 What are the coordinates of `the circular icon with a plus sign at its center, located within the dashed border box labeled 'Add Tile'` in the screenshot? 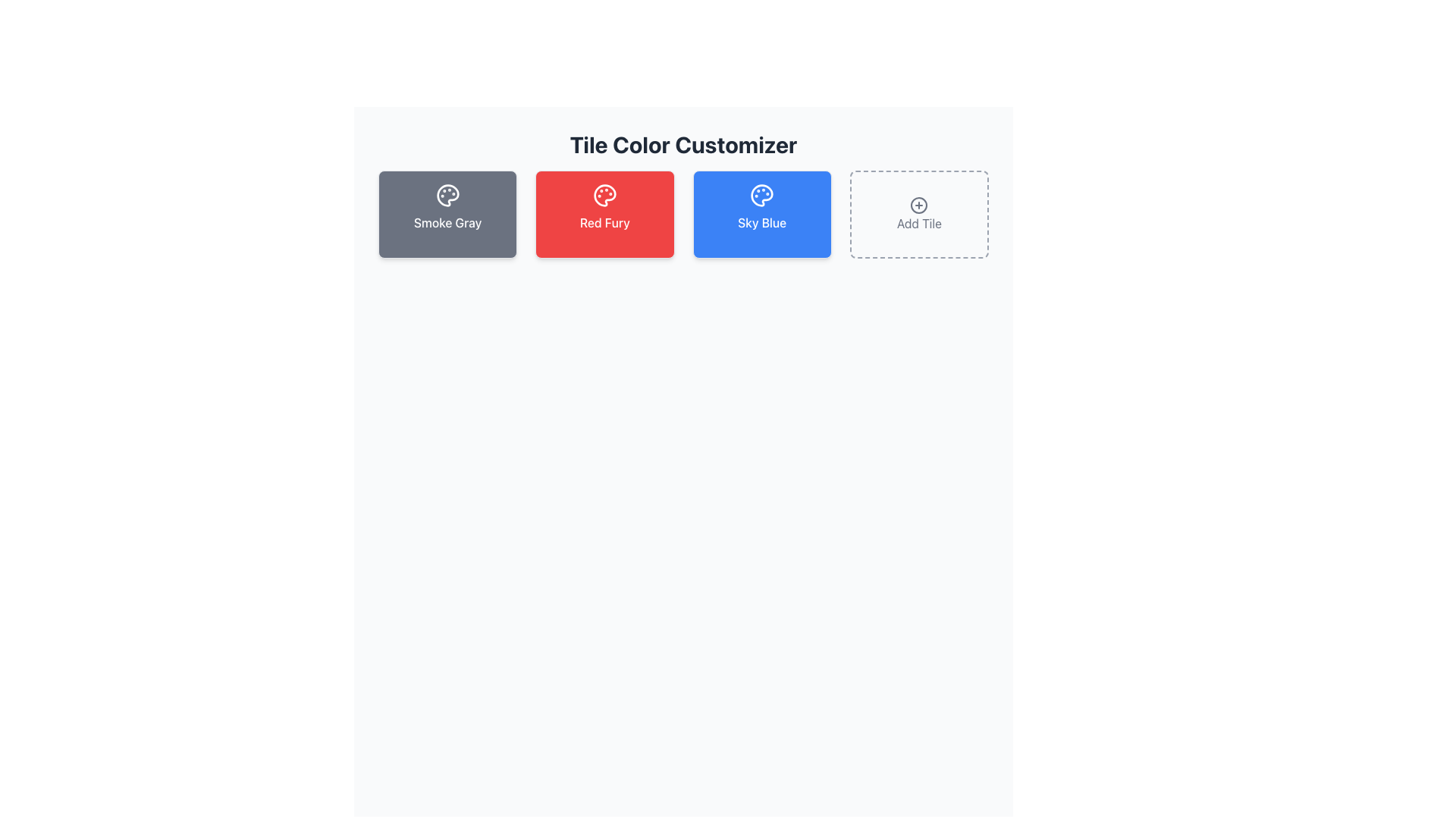 It's located at (918, 205).